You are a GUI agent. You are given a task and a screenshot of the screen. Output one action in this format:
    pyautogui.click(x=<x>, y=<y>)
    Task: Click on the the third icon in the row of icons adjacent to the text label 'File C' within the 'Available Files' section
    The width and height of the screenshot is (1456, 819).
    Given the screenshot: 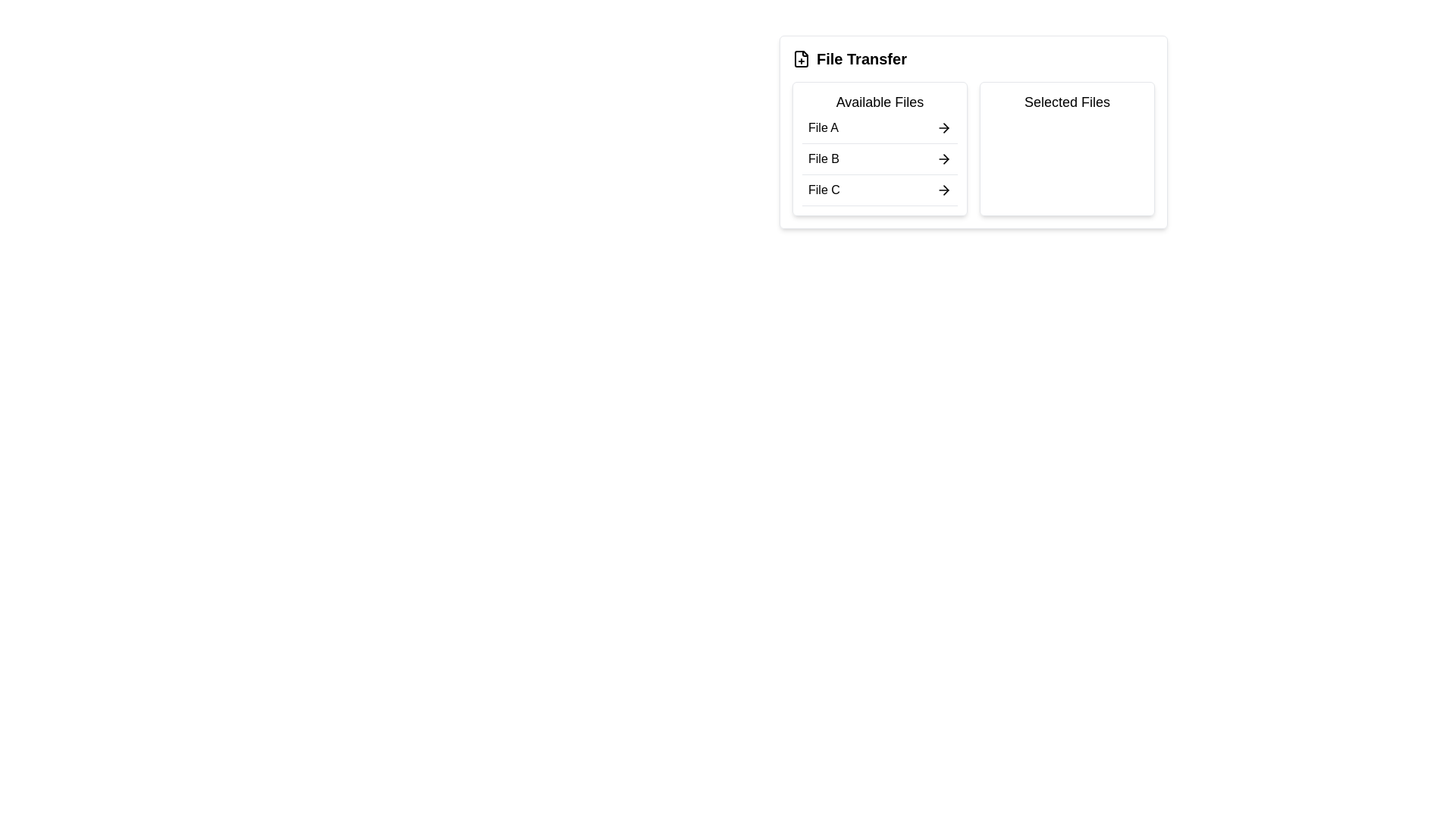 What is the action you would take?
    pyautogui.click(x=946, y=189)
    